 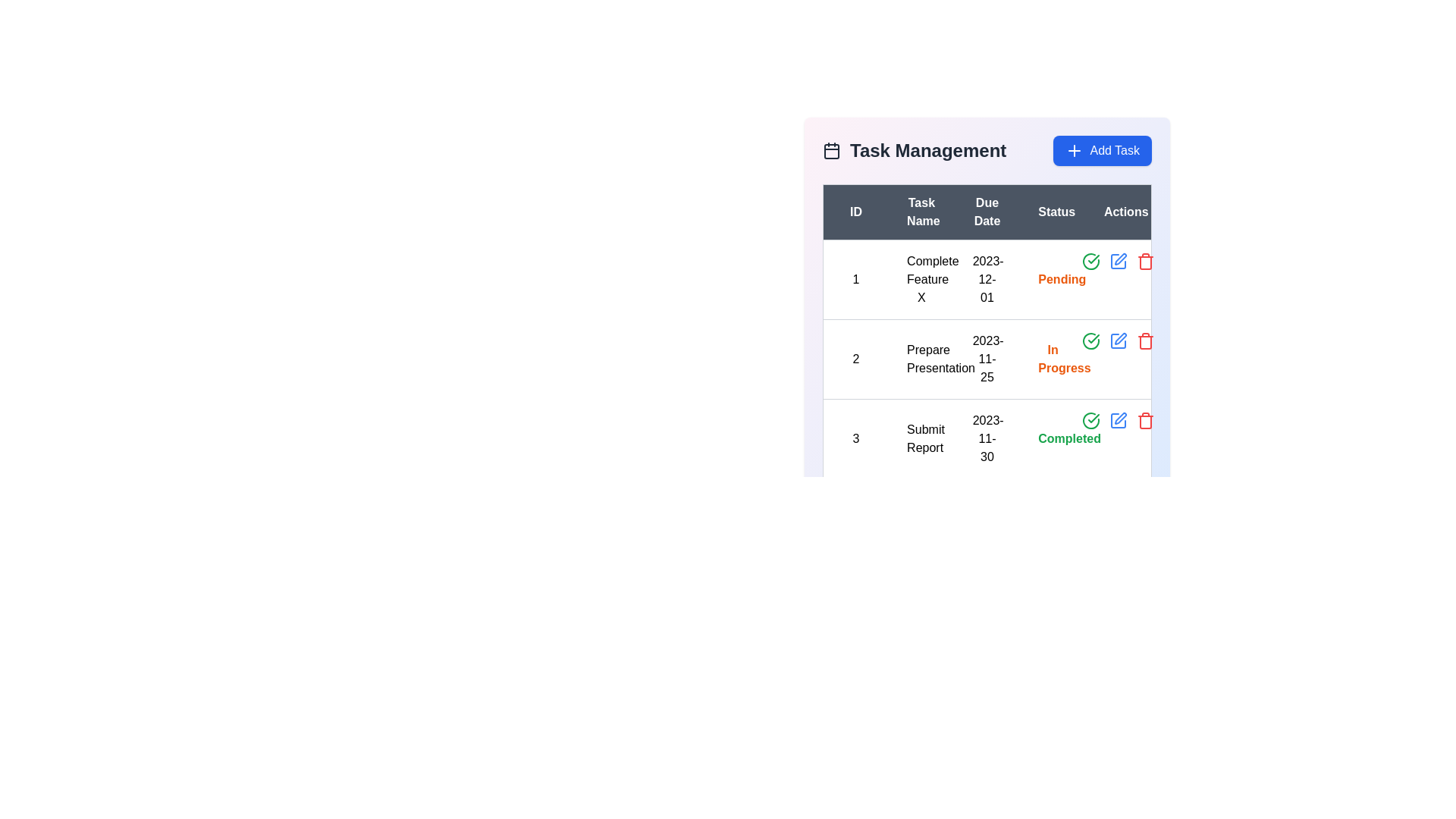 What do you see at coordinates (1145, 342) in the screenshot?
I see `the trash can icon in the 'Actions' column of the second task labeled 'Prepare Presentation'` at bounding box center [1145, 342].